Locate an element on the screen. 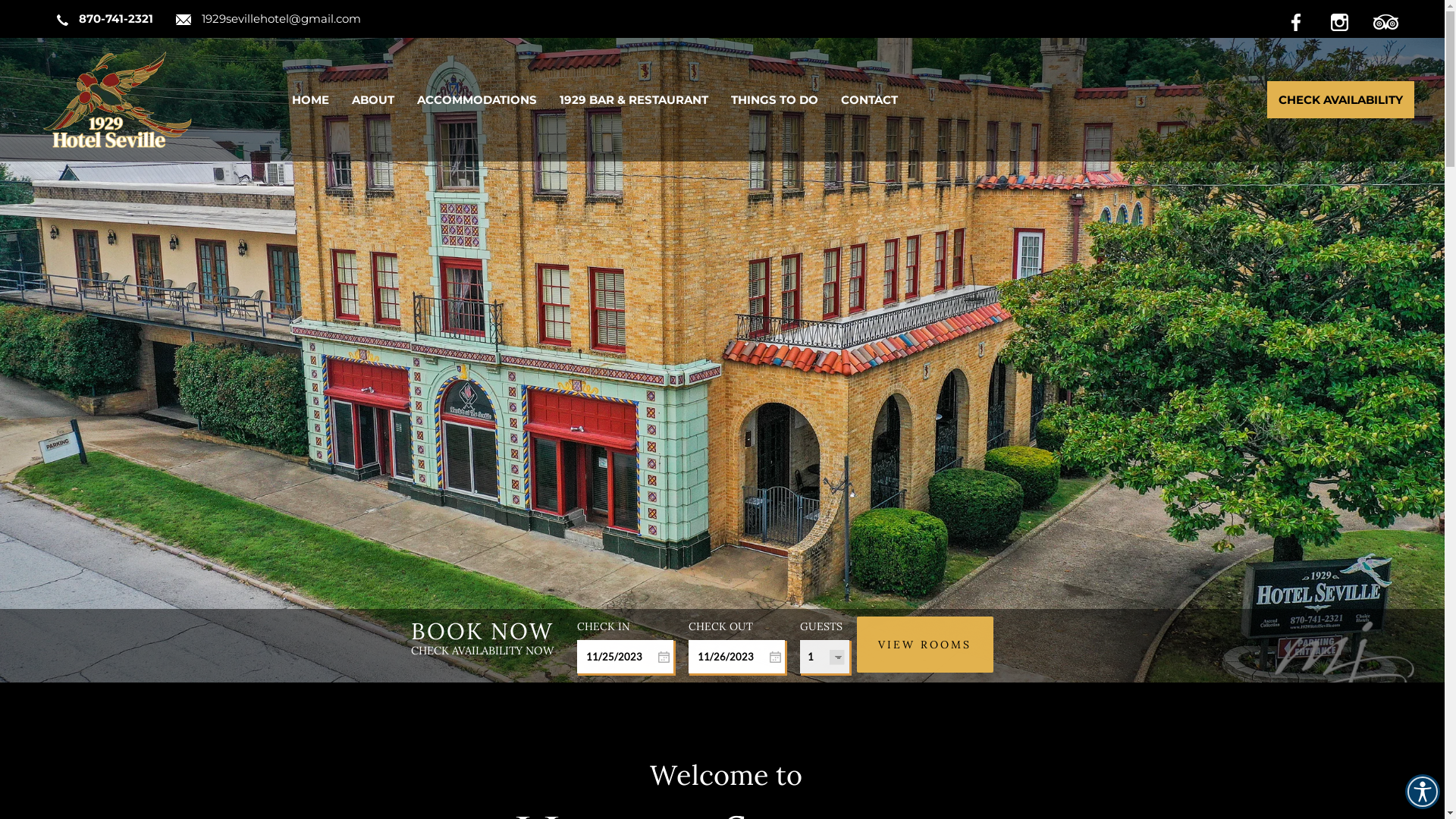 Image resolution: width=1456 pixels, height=819 pixels. 'Start Date' is located at coordinates (625, 656).